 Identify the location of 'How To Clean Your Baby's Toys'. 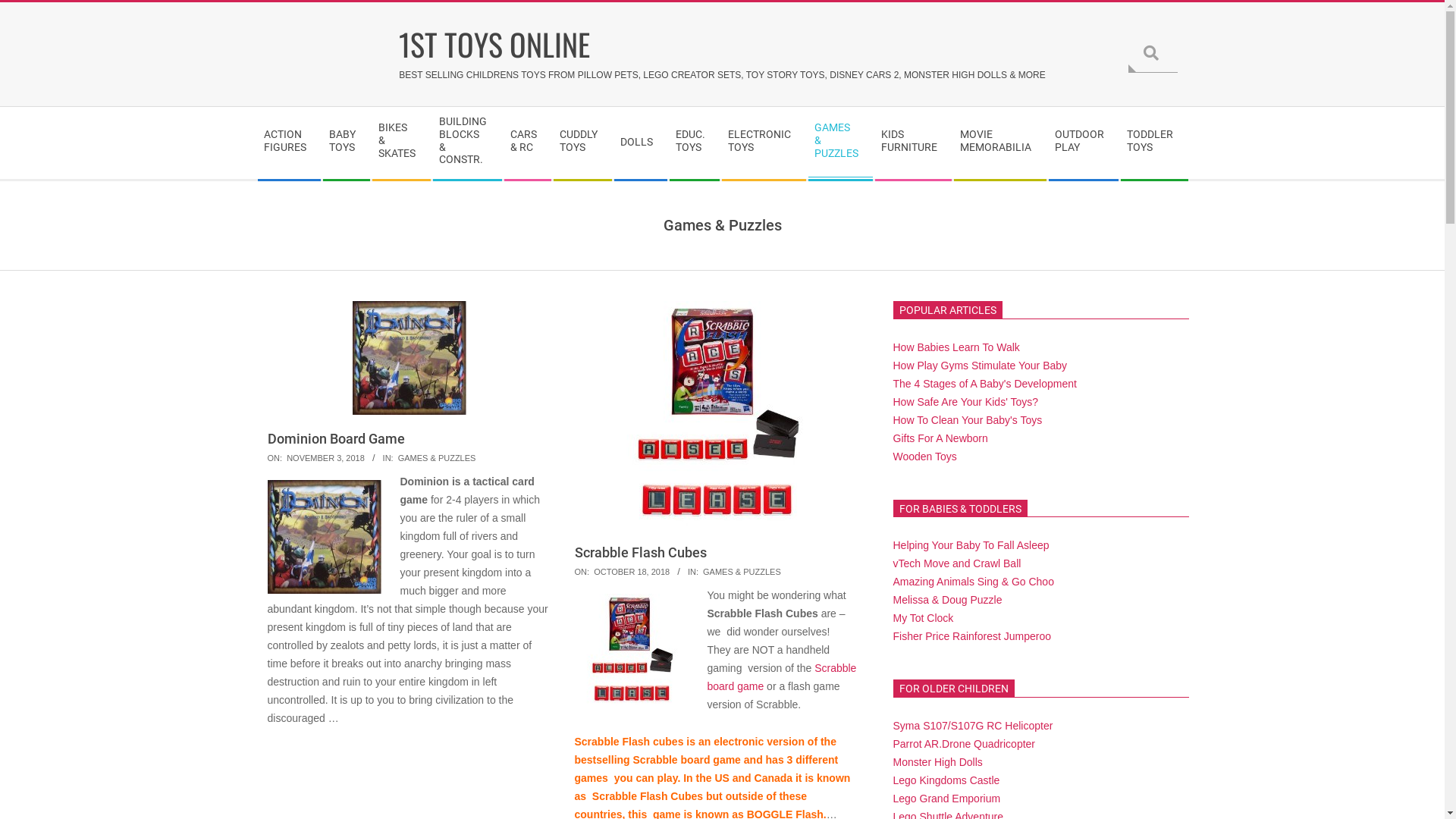
(967, 420).